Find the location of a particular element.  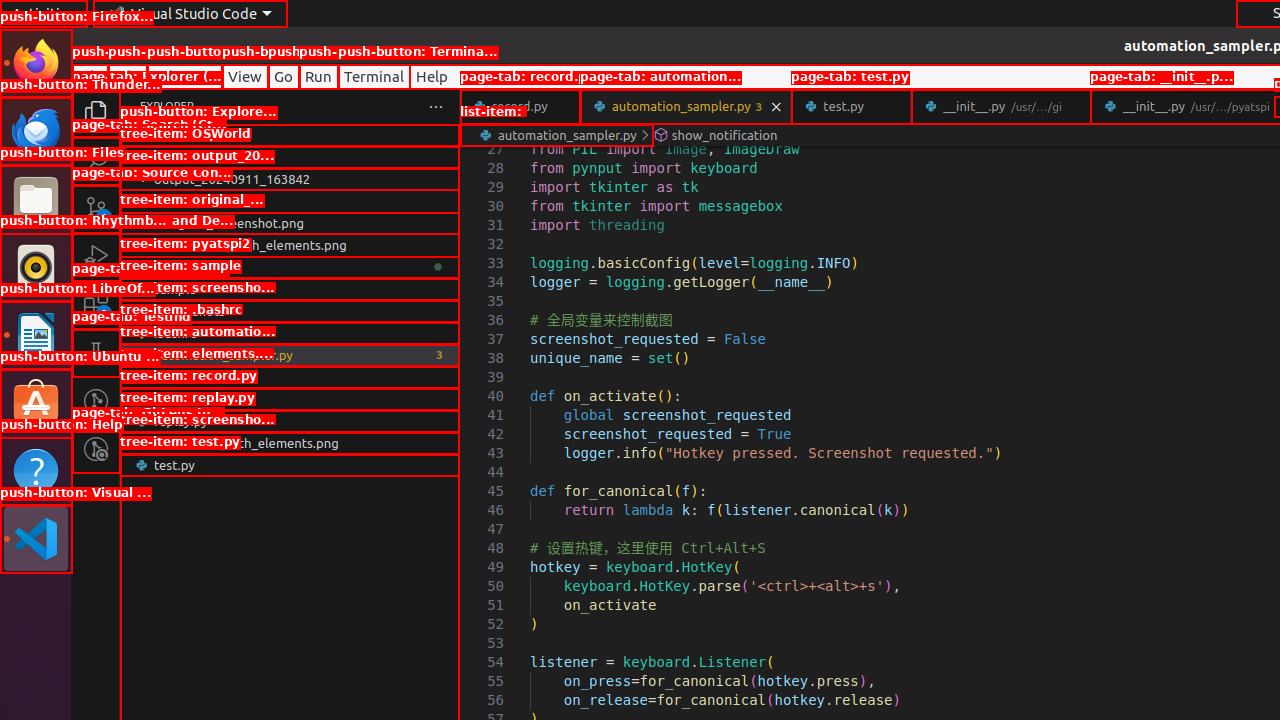

'Firefox Web Browser' is located at coordinates (35, 61).